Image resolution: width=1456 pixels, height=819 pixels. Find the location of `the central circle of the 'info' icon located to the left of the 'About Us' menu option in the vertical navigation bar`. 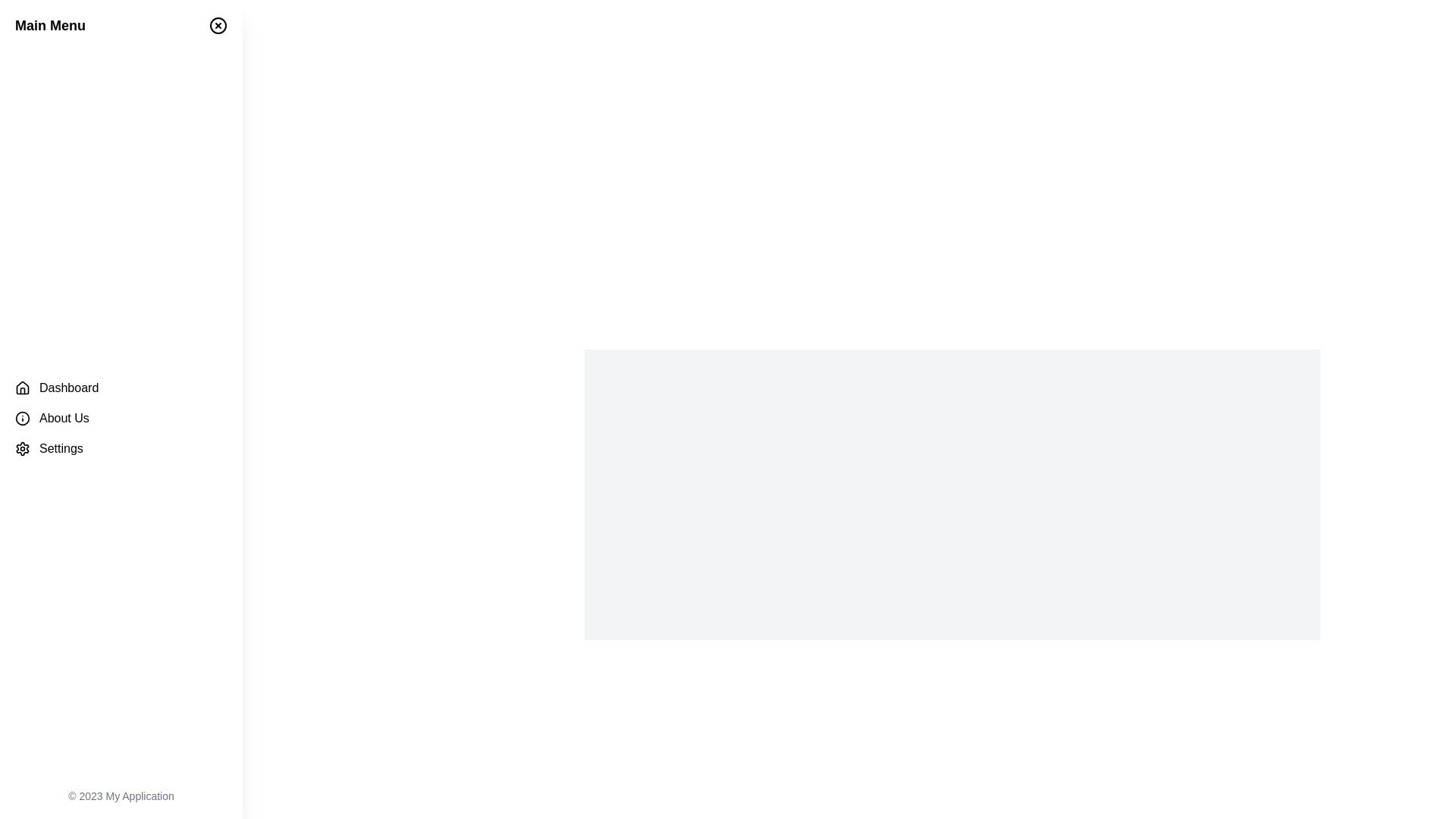

the central circle of the 'info' icon located to the left of the 'About Us' menu option in the vertical navigation bar is located at coordinates (22, 418).